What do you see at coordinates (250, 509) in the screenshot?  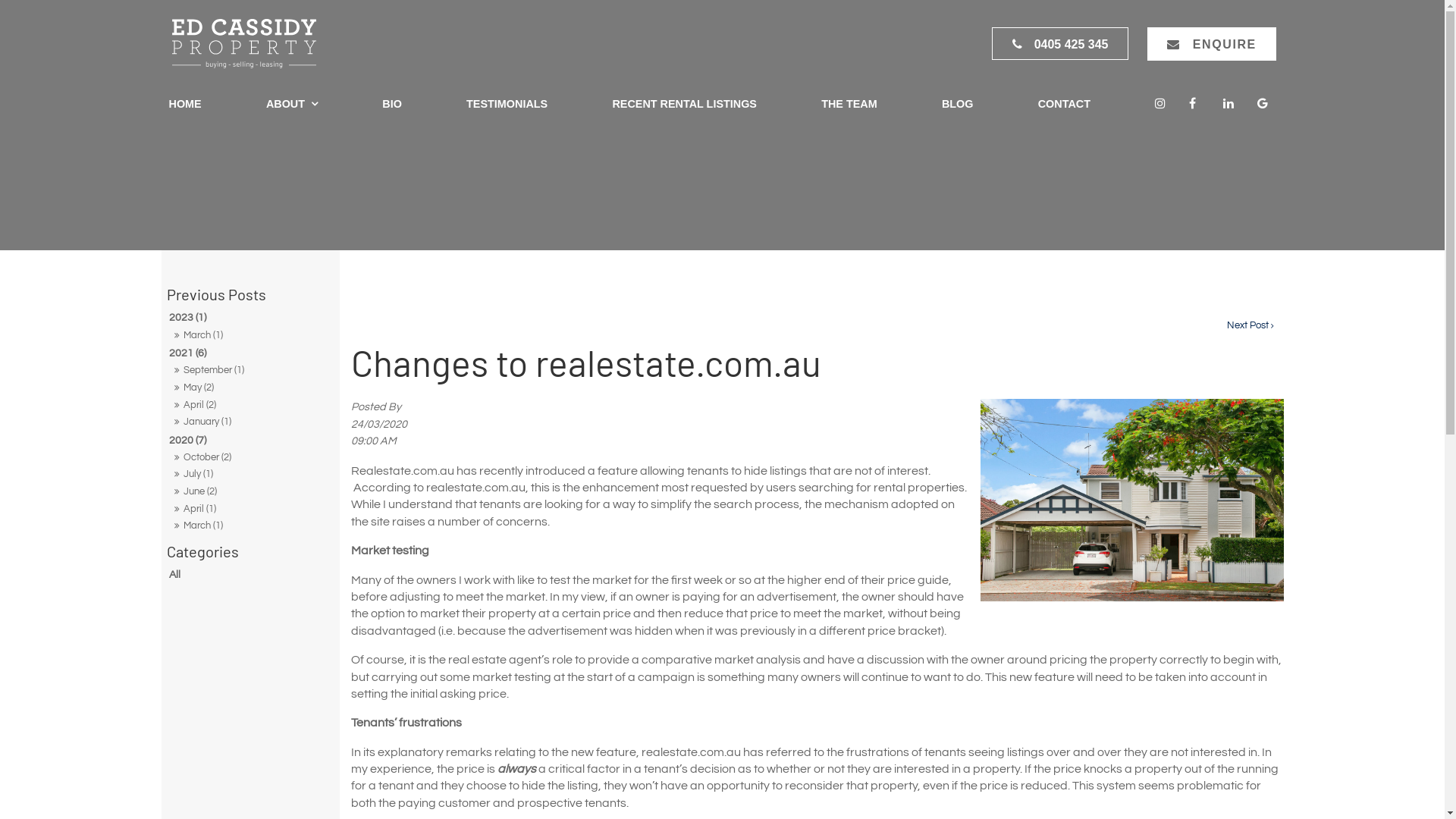 I see `'April (1)'` at bounding box center [250, 509].